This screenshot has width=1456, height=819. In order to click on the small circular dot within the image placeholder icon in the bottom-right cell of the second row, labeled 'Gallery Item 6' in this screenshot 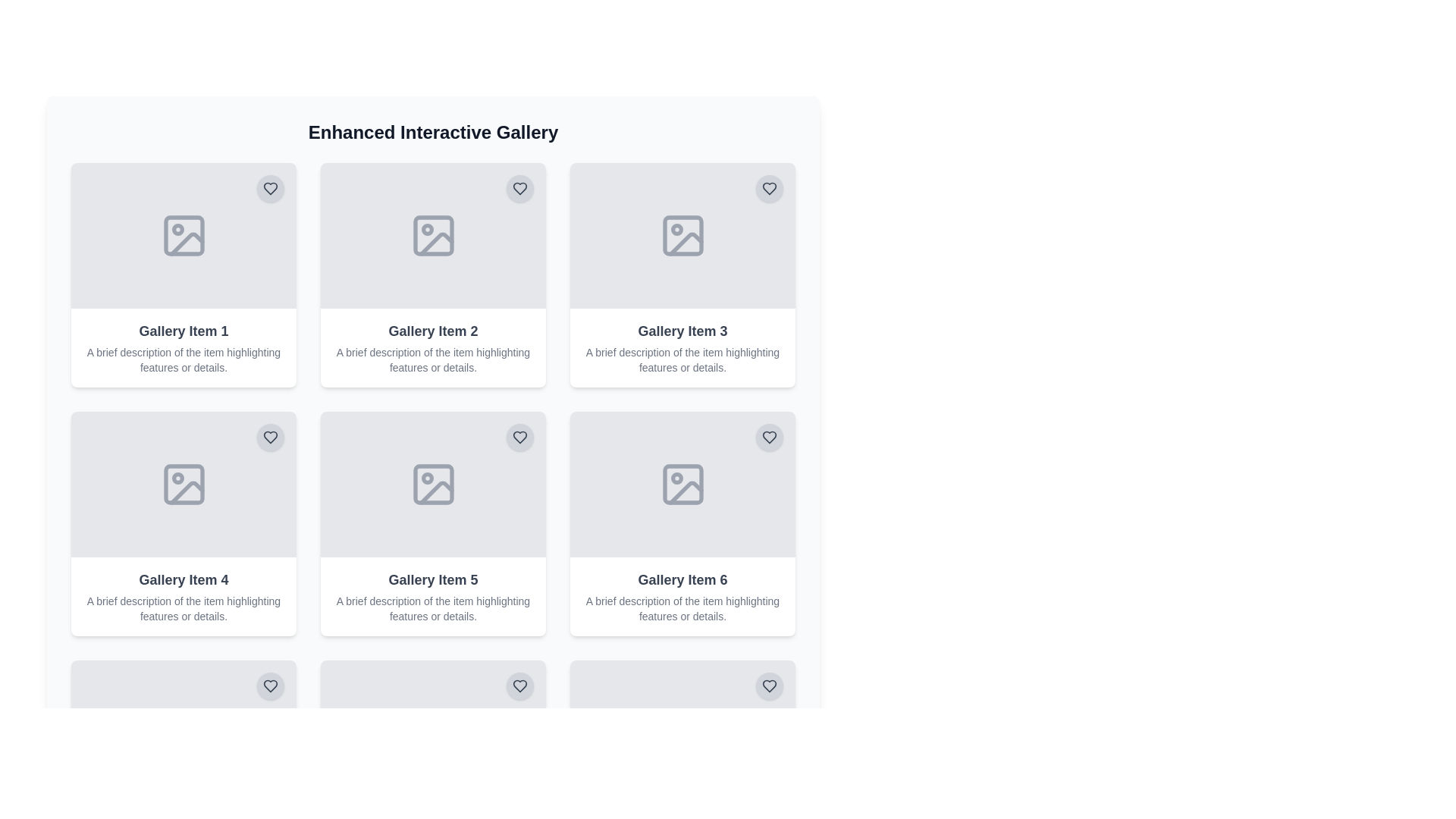, I will do `click(676, 479)`.